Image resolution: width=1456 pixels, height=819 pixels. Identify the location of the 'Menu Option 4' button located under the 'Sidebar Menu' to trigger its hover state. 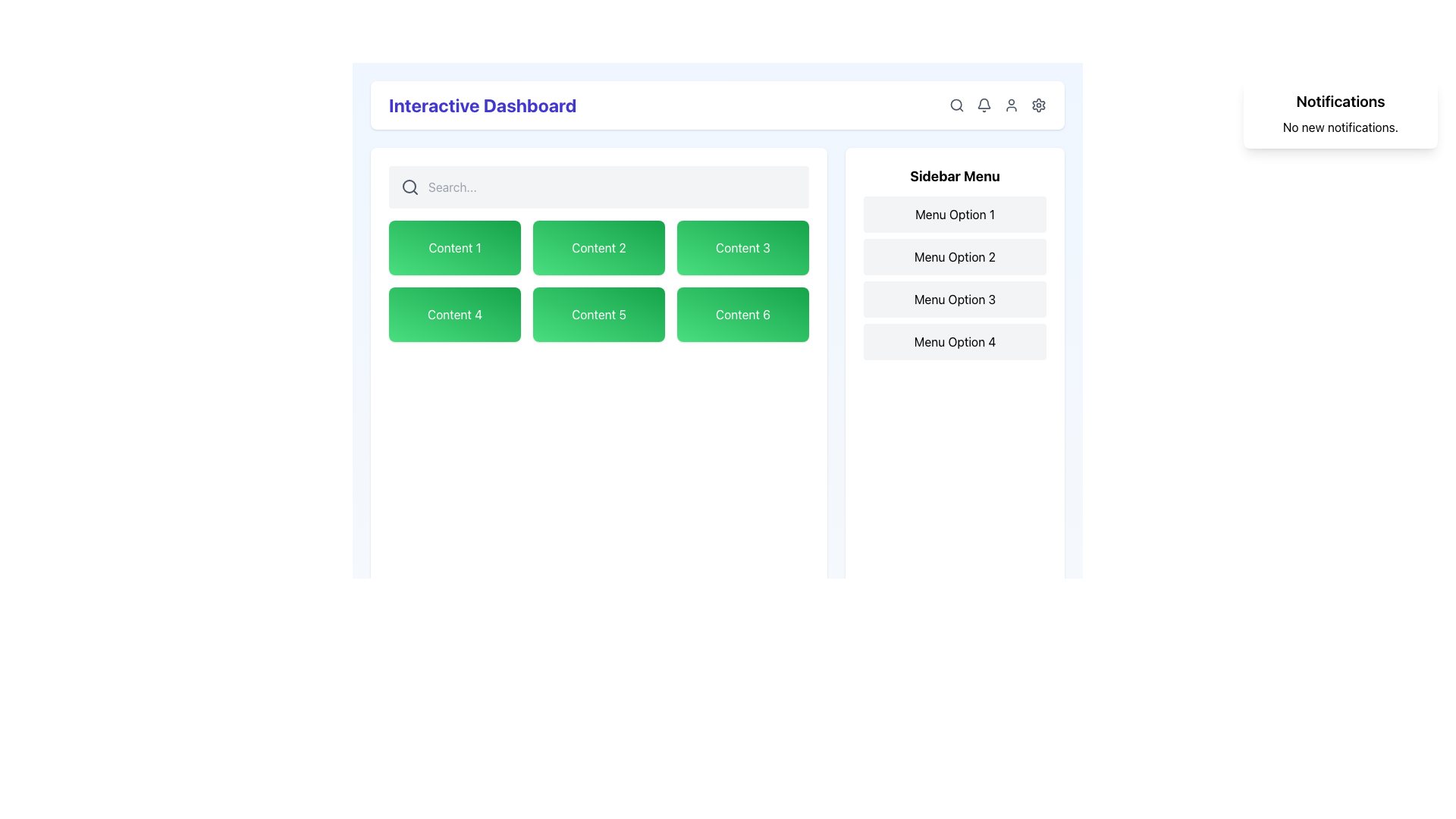
(954, 342).